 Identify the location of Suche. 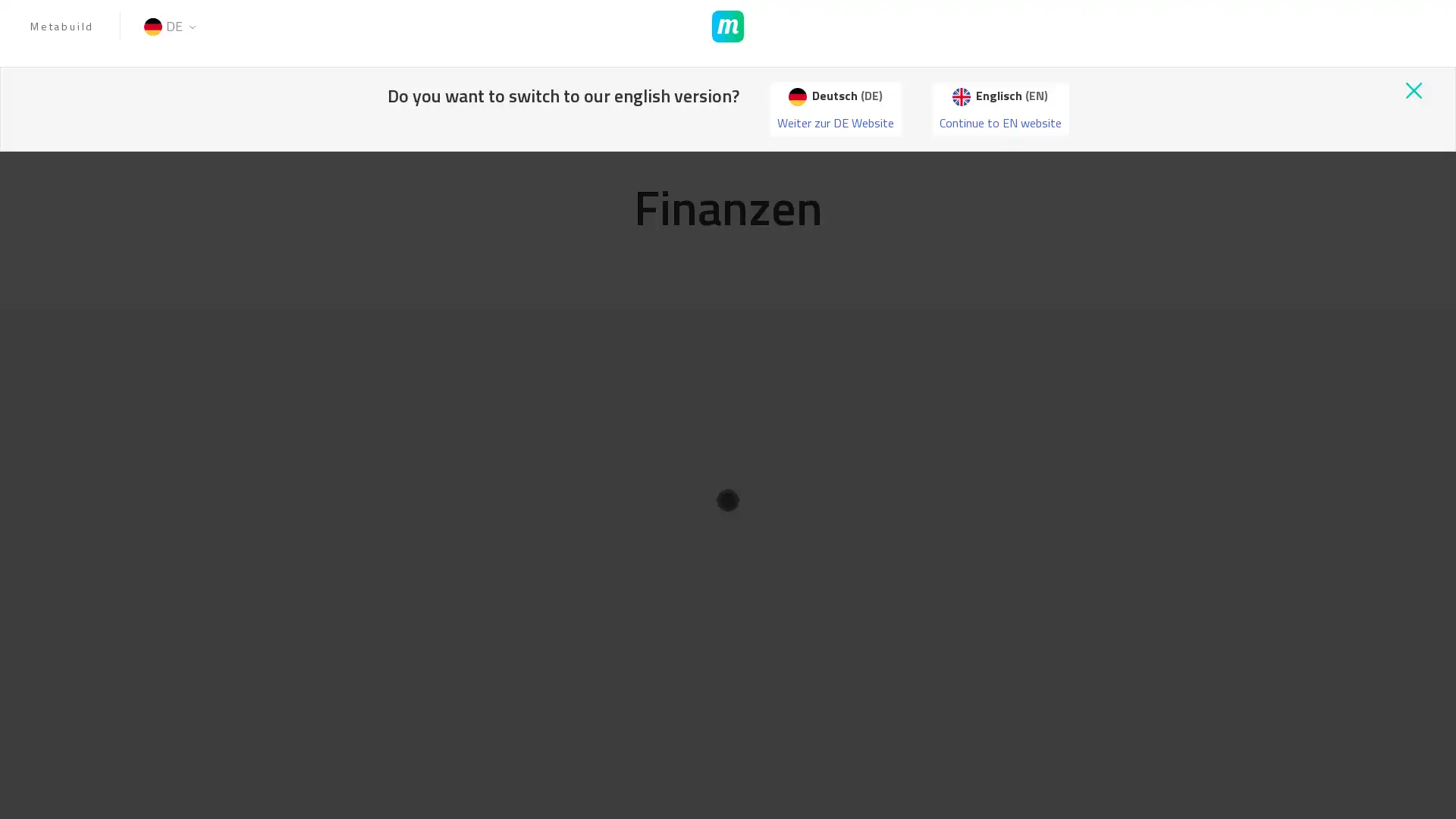
(990, 85).